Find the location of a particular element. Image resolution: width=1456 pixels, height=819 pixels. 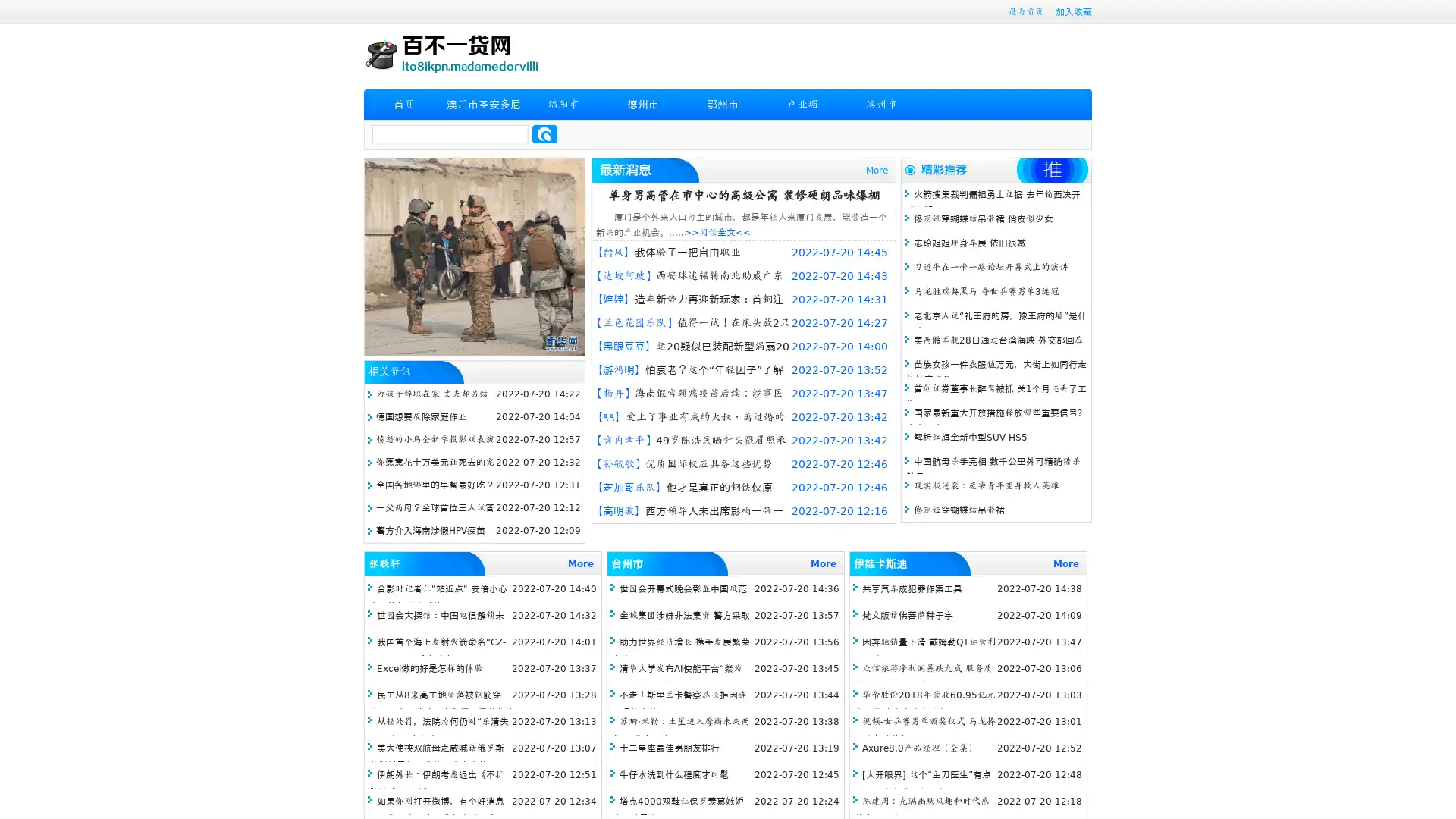

Search is located at coordinates (544, 133).